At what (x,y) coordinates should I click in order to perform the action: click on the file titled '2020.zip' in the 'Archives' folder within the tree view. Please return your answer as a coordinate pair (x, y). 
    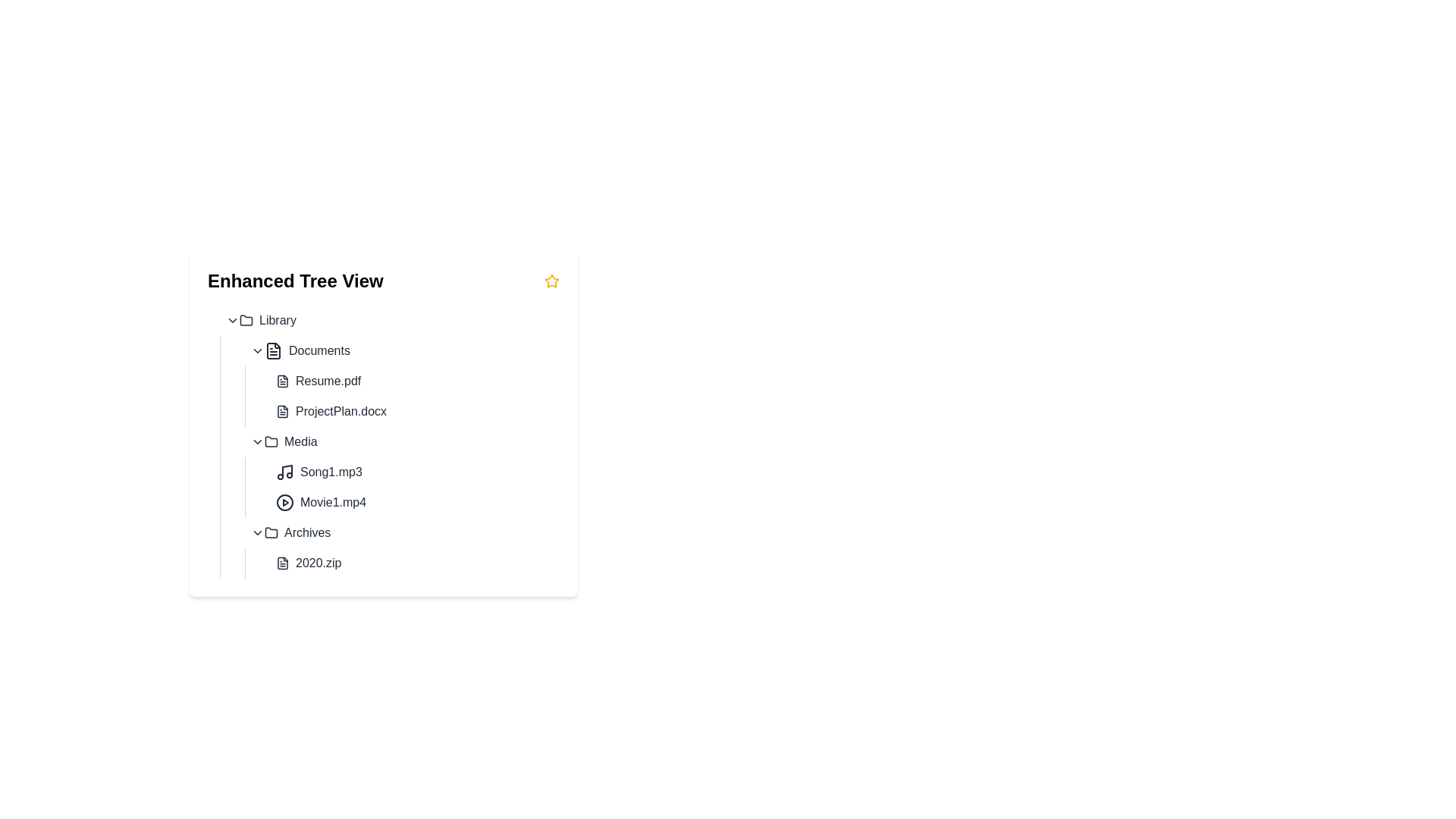
    Looking at the image, I should click on (402, 563).